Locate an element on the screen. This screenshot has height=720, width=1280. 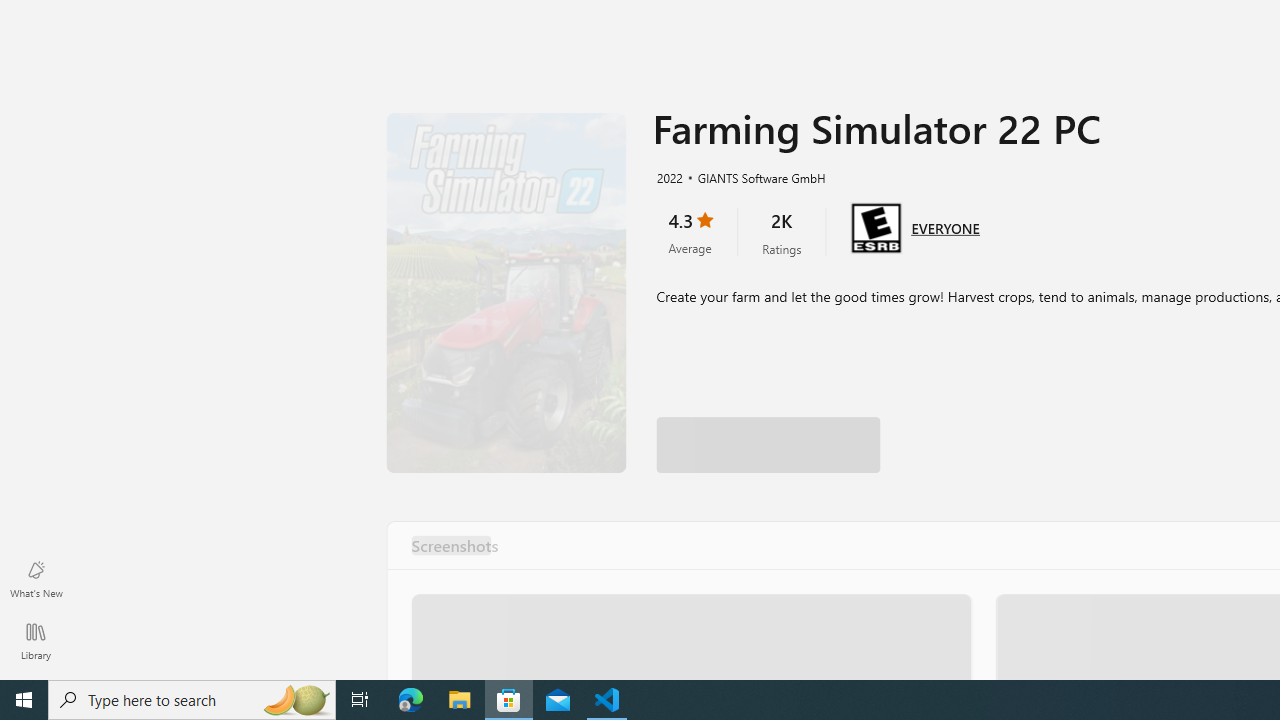
'4.3 stars. Click to skip to ratings and reviews' is located at coordinates (689, 231).